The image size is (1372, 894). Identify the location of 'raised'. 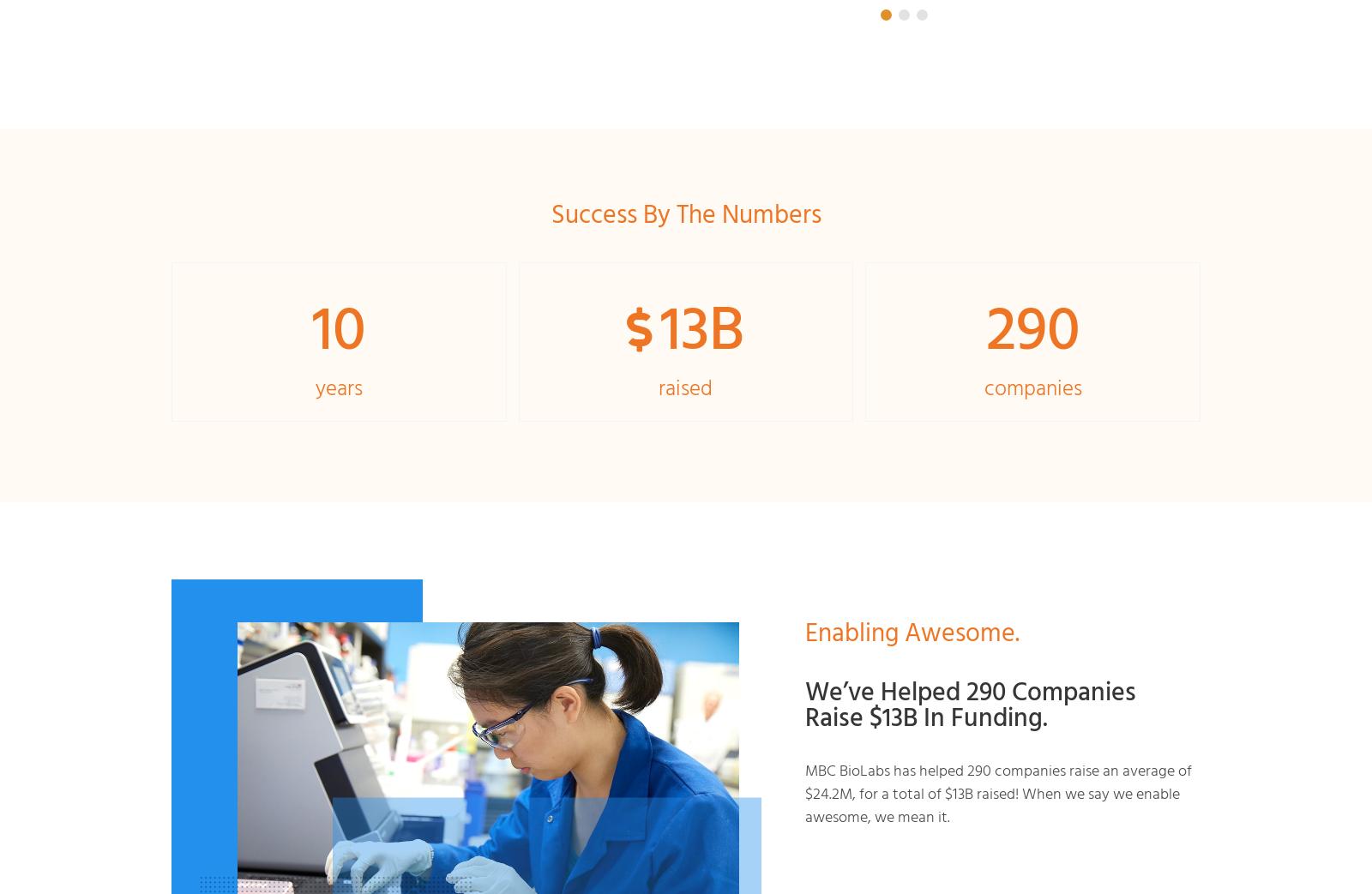
(659, 386).